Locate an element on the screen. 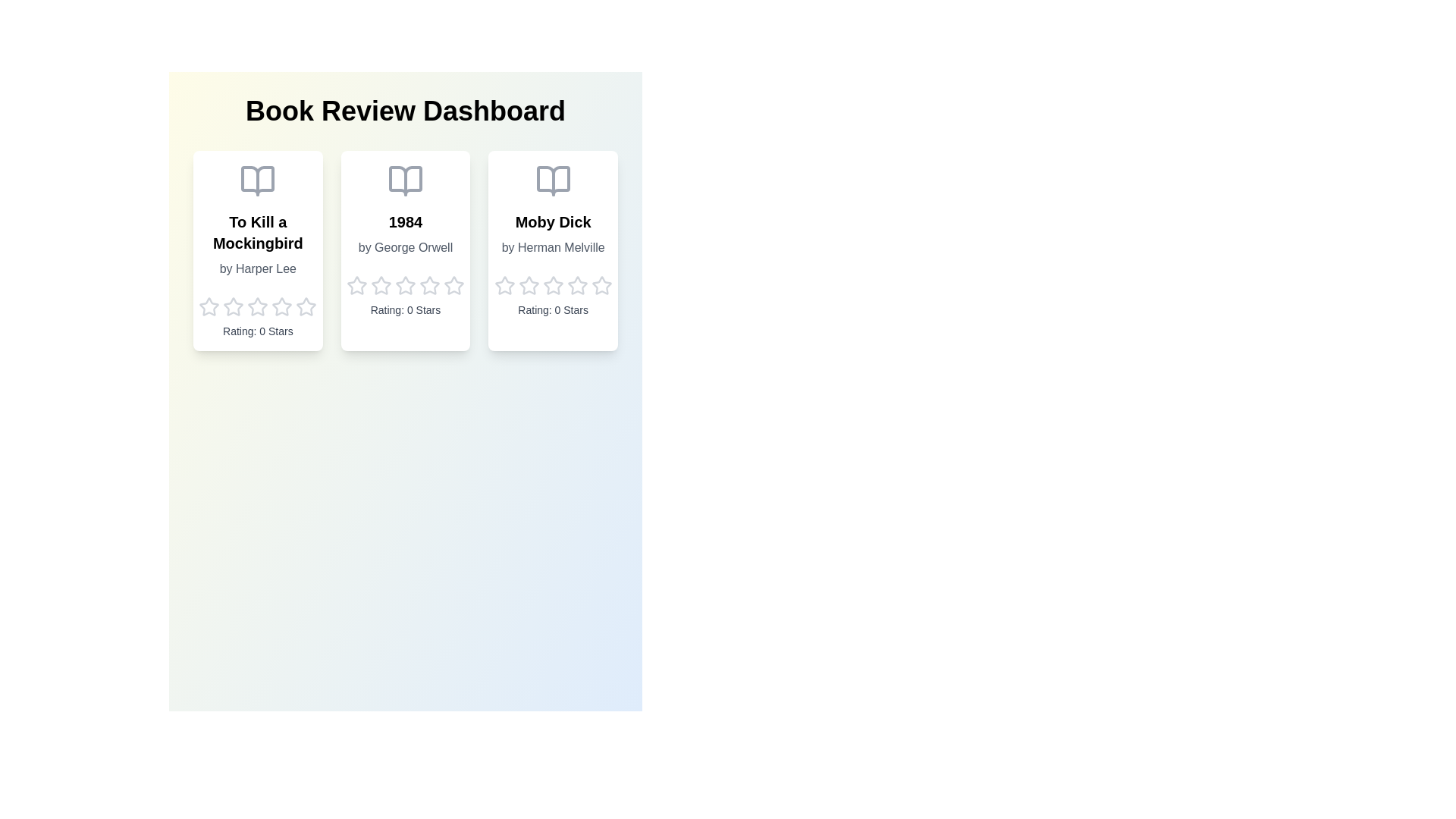 The image size is (1456, 819). the star icon corresponding to the rating 4 for the book 2 is located at coordinates (428, 286).